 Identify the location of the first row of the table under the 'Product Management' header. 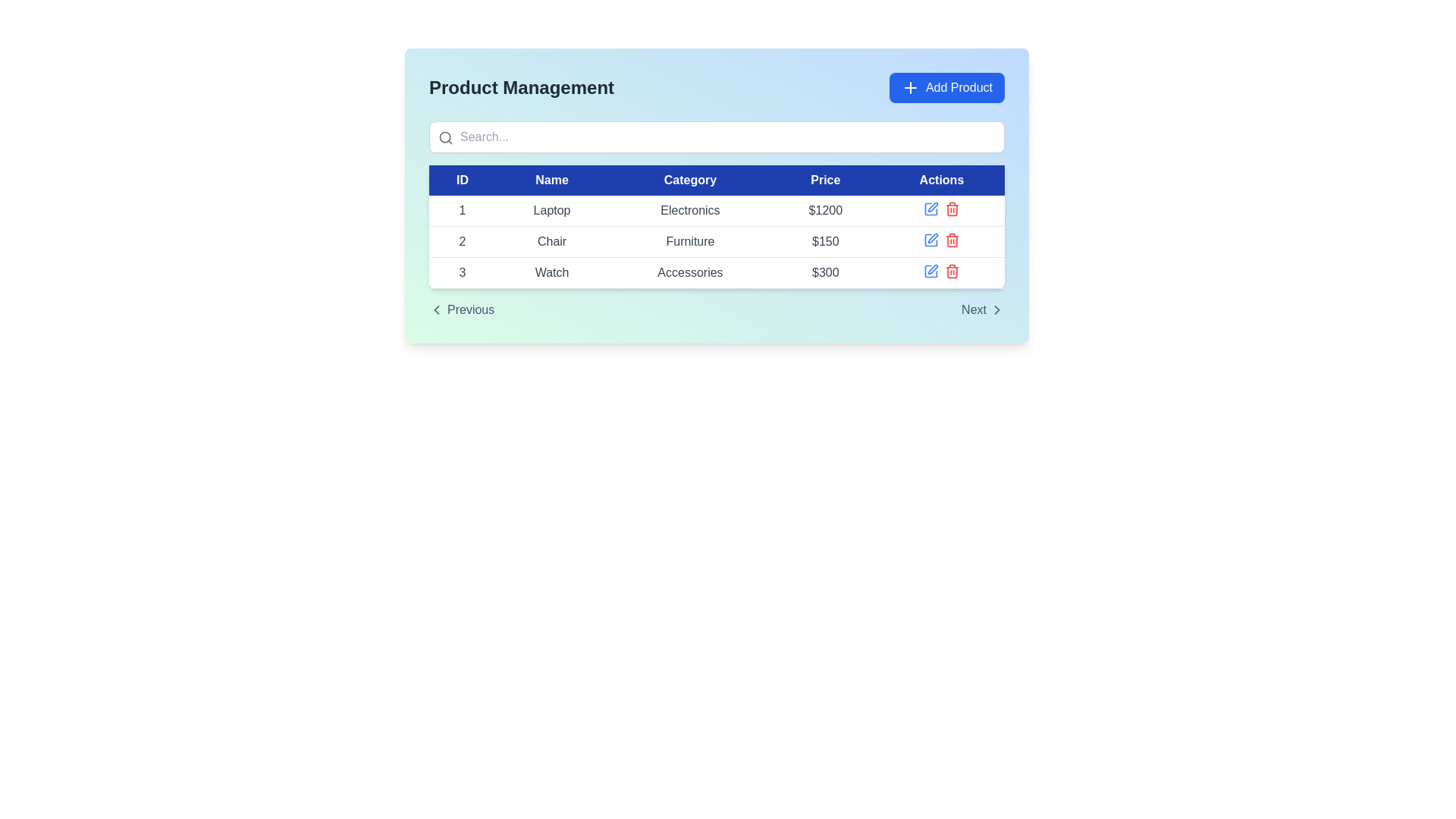
(716, 211).